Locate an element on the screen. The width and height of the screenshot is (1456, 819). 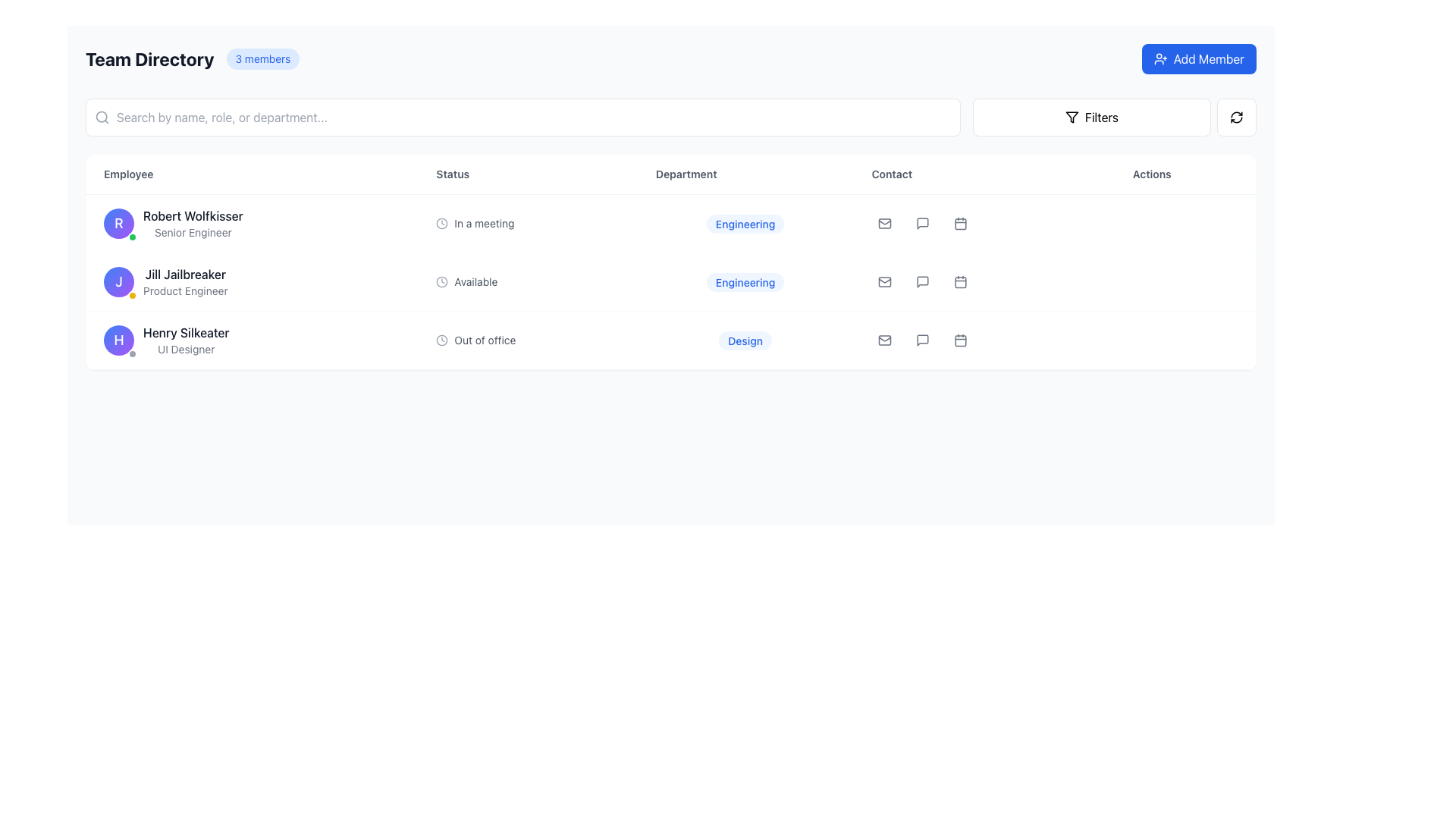
the envelope icon representing the mail feature in the 'Contact' column for user 'Robert Wolfkisser' is located at coordinates (884, 223).